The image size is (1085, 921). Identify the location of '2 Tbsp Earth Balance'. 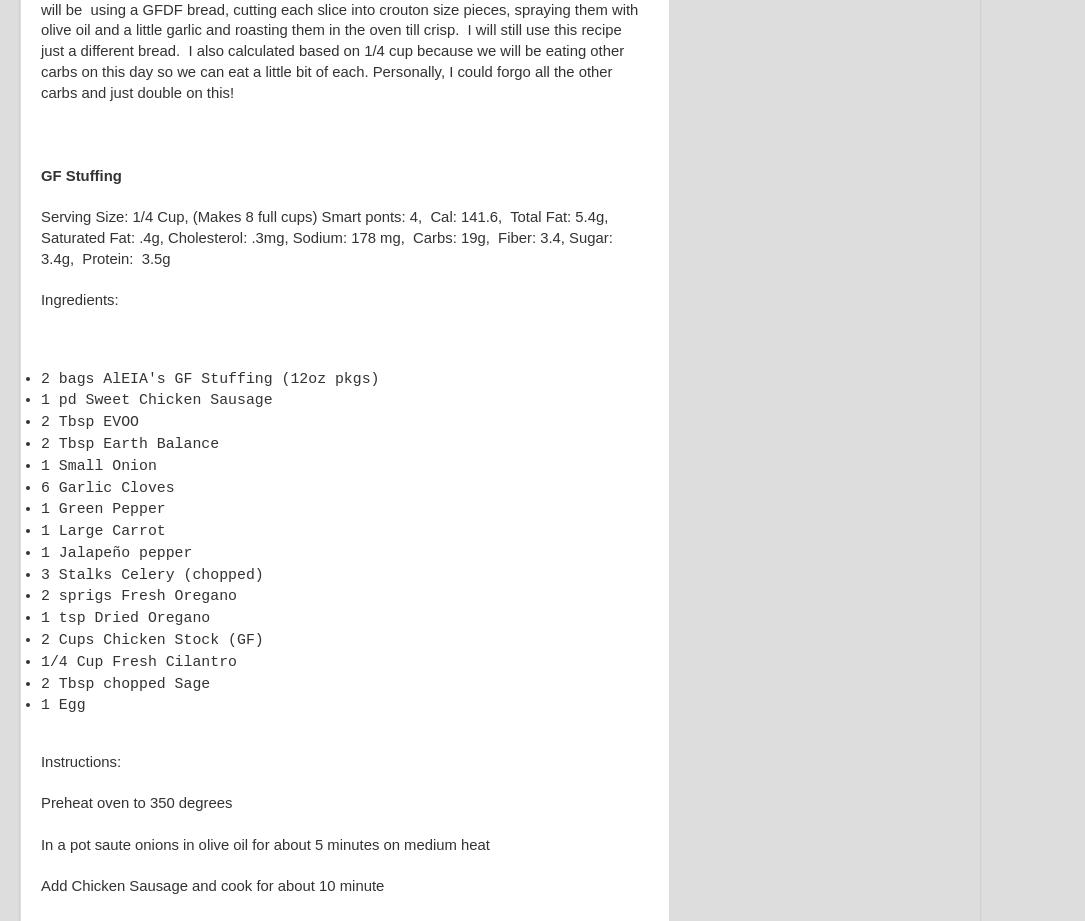
(128, 443).